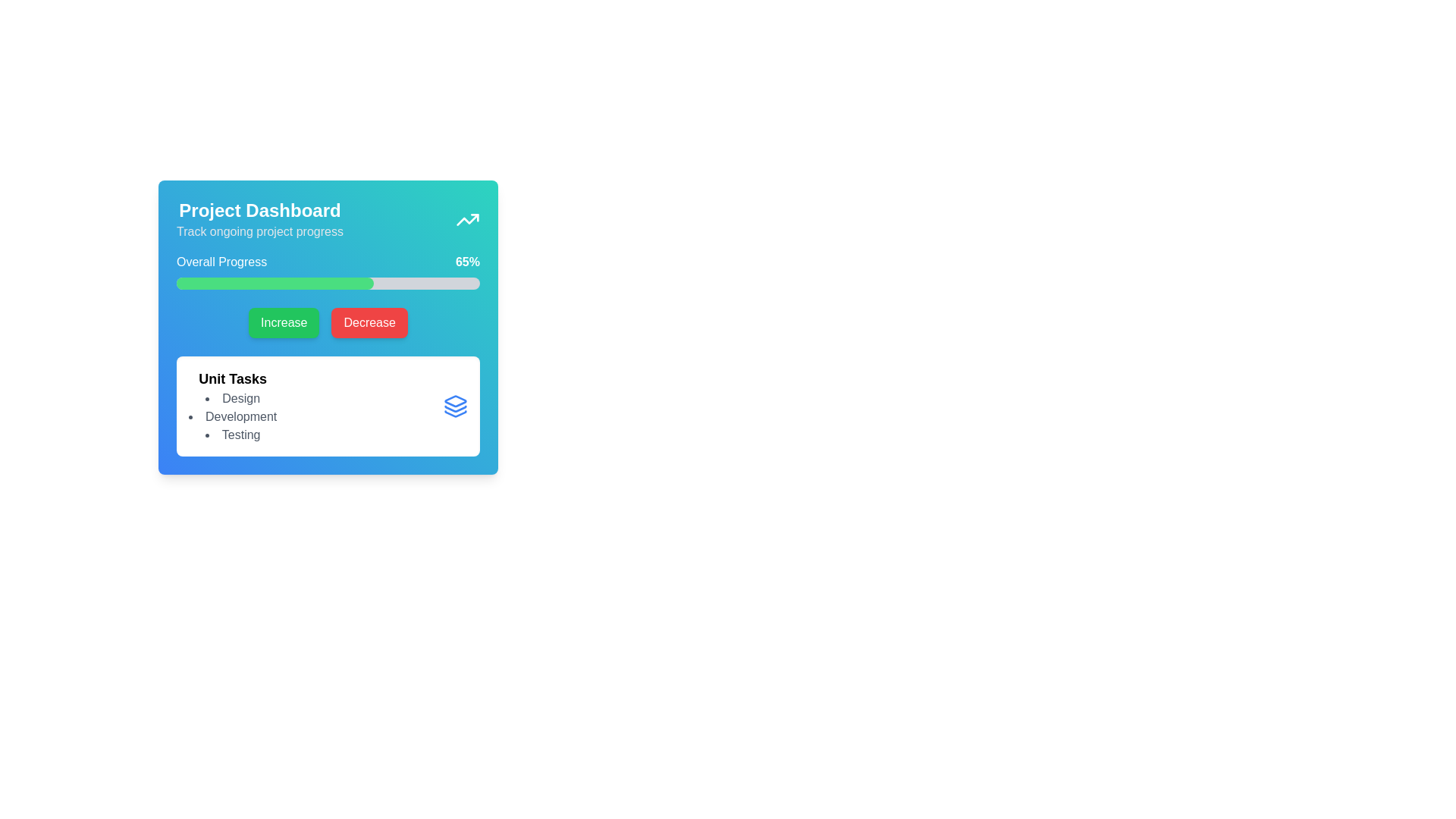 The image size is (1456, 819). Describe the element at coordinates (259, 219) in the screenshot. I see `Informational Text Block titled 'Project Dashboard' with subtitle 'Track ongoing project progress', located in the upper-left corner of the dashboard's card layout` at that location.